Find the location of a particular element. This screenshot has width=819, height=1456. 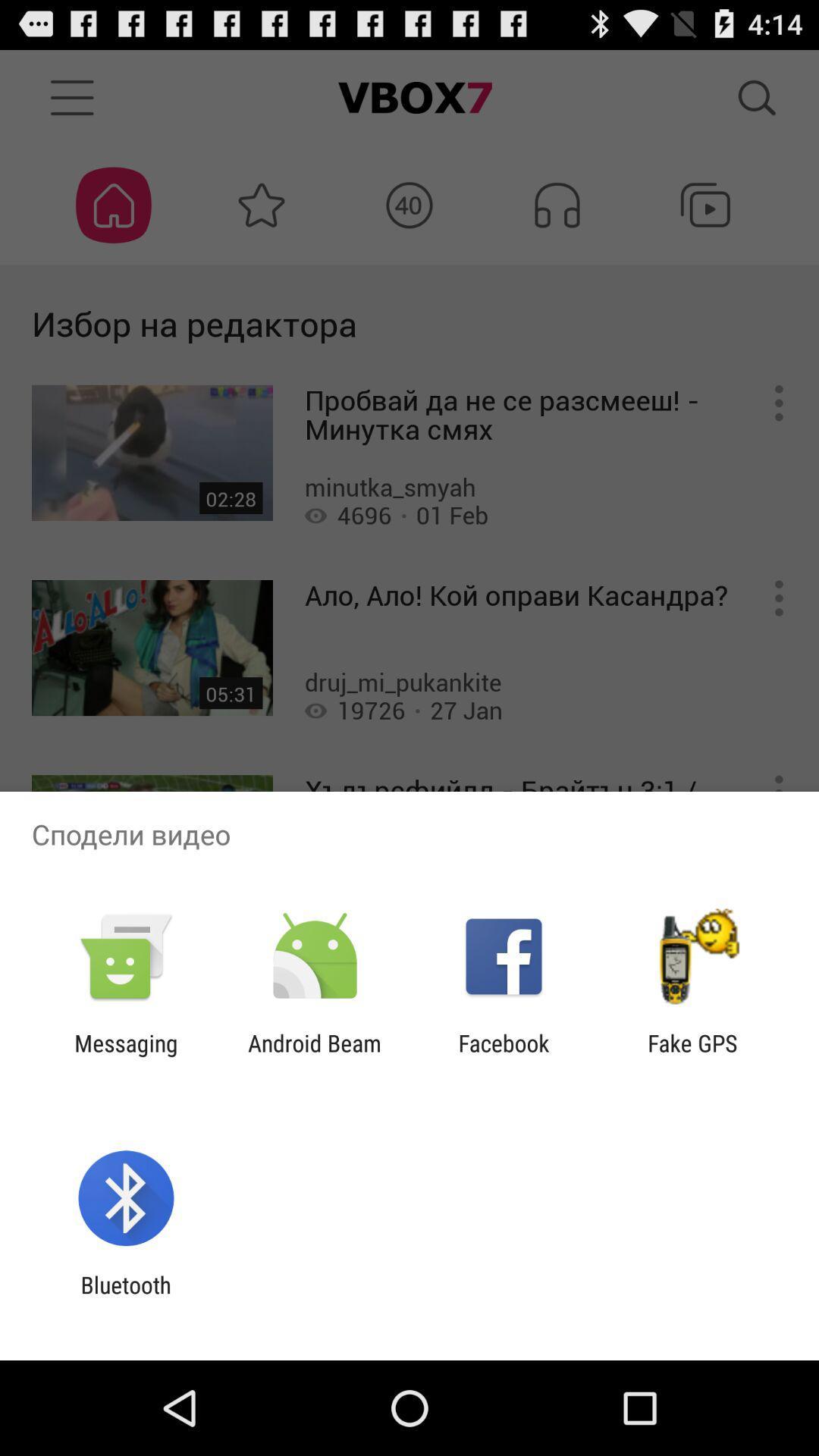

fake gps app is located at coordinates (692, 1056).